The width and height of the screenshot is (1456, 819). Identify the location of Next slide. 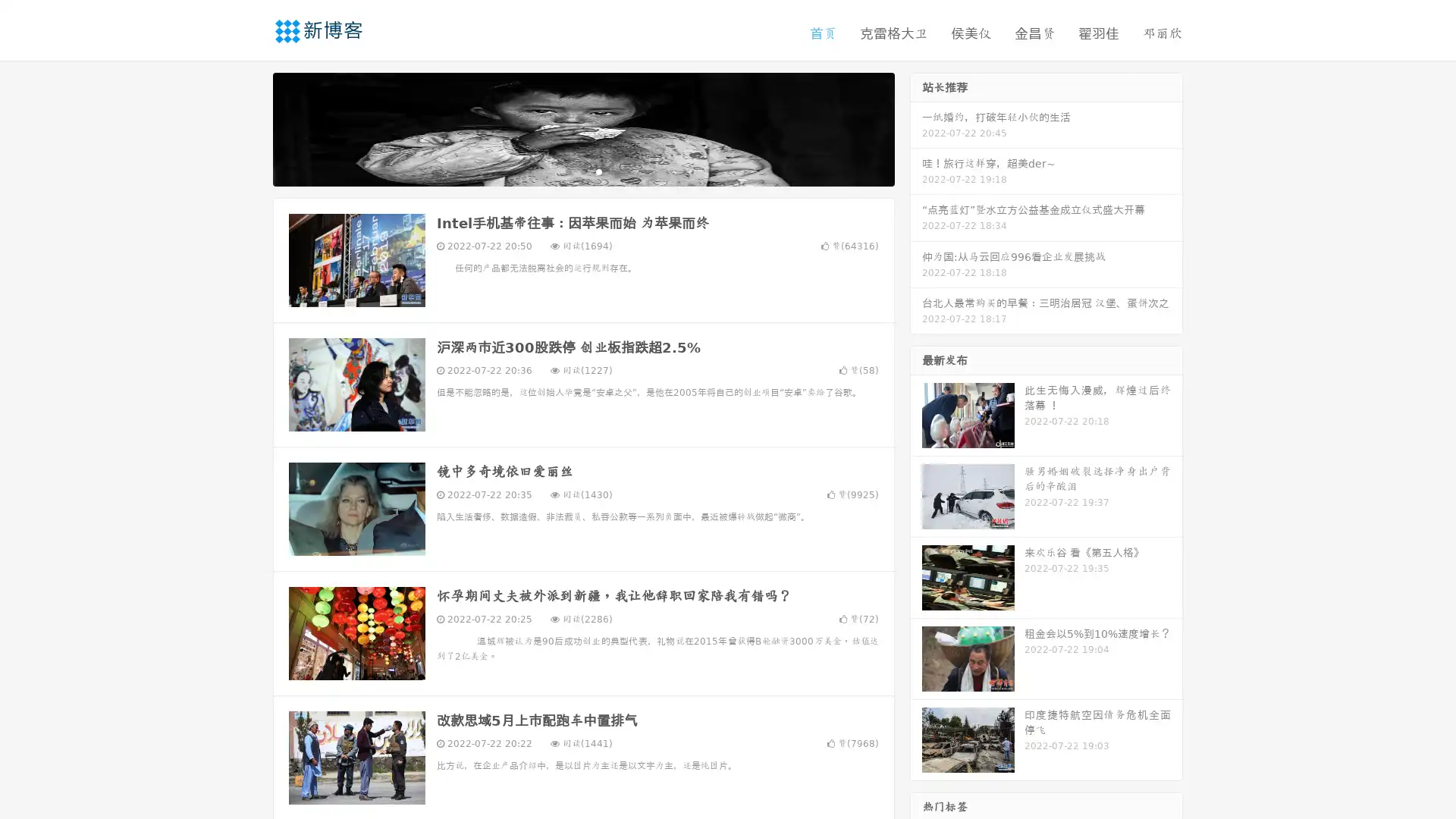
(916, 127).